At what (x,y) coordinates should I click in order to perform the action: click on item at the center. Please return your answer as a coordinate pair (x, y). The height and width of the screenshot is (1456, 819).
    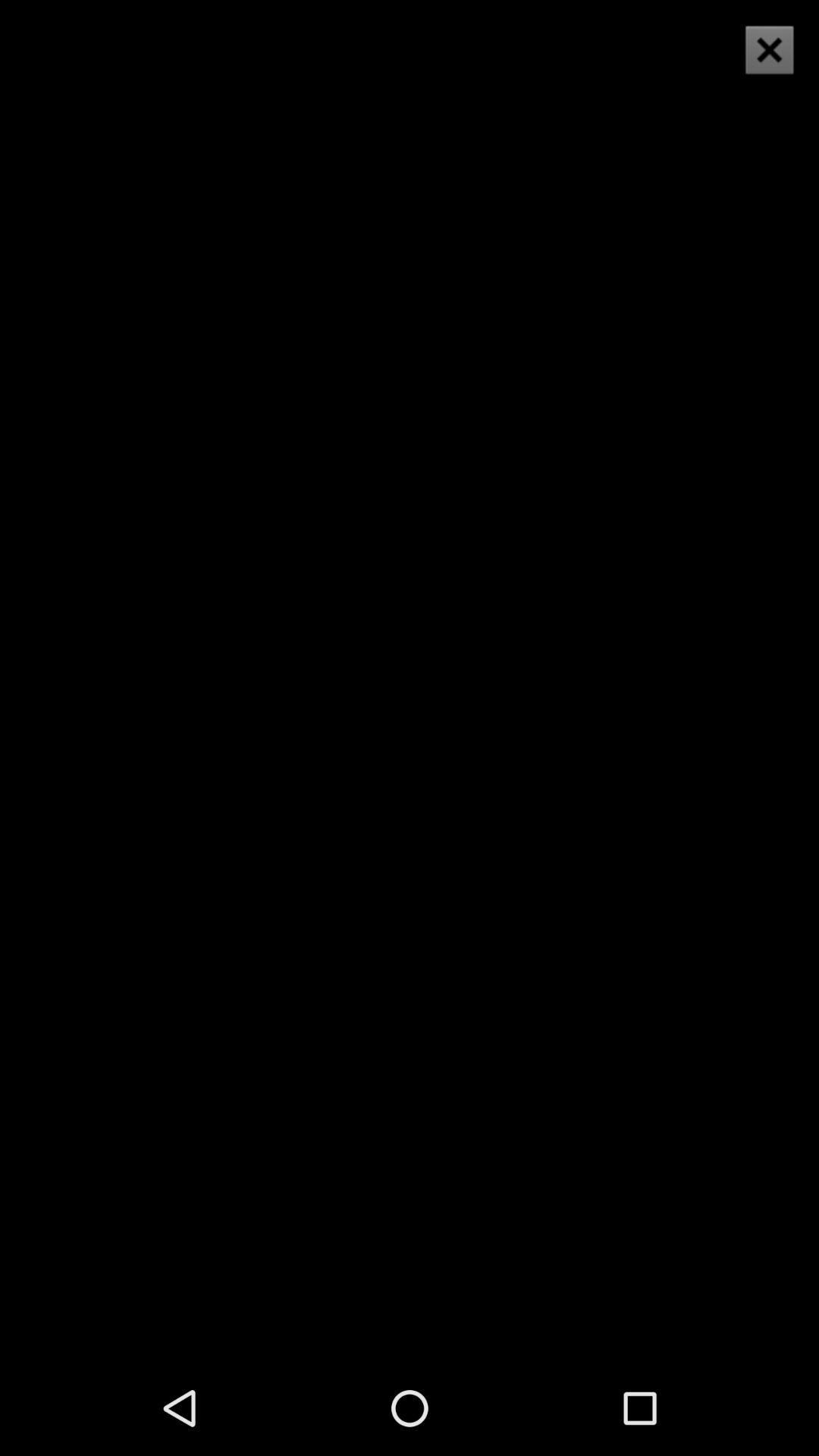
    Looking at the image, I should click on (409, 679).